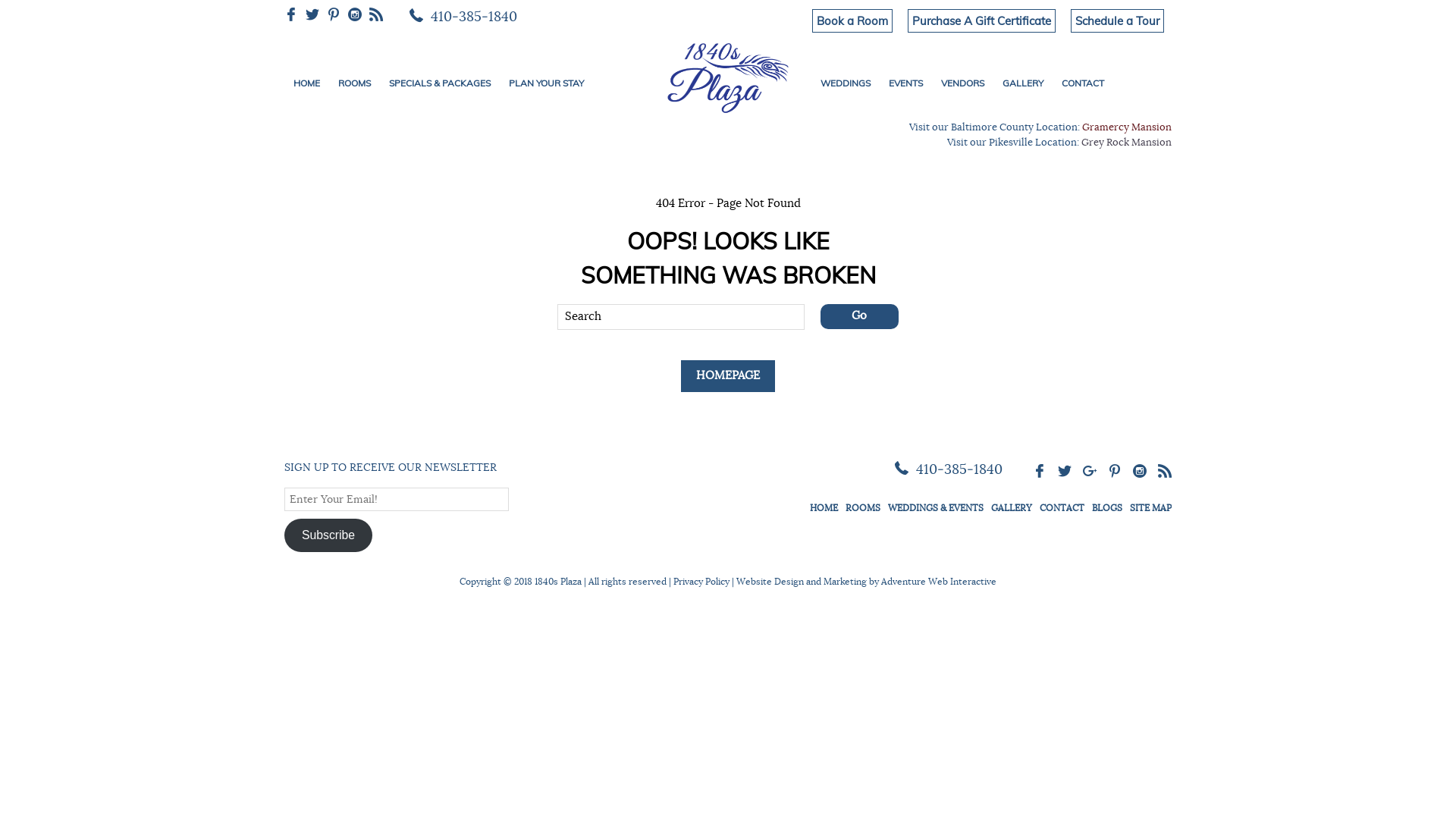 The width and height of the screenshot is (1456, 819). I want to click on 'Go', so click(859, 315).